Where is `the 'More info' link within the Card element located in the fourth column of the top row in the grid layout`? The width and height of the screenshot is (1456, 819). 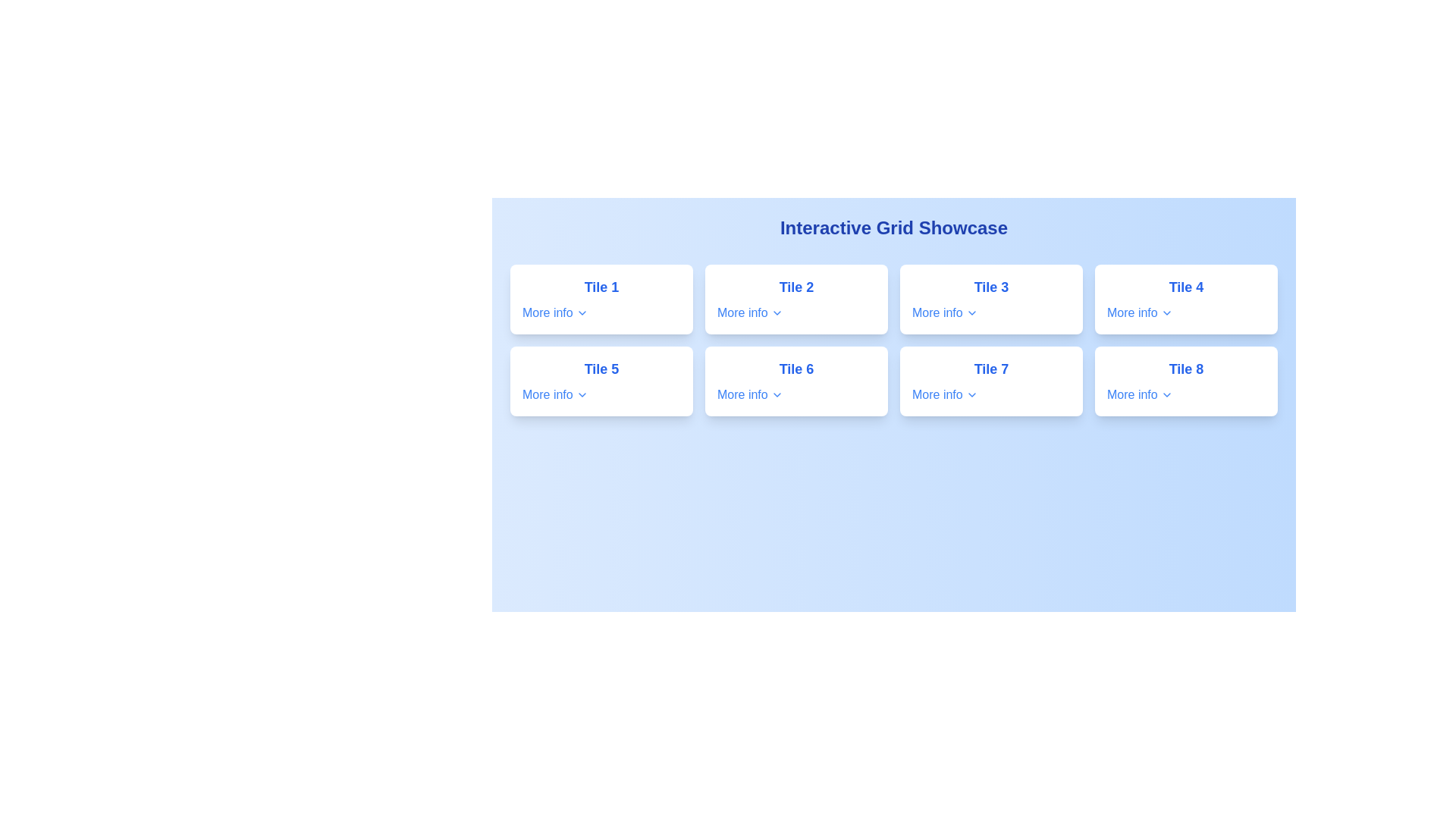
the 'More info' link within the Card element located in the fourth column of the top row in the grid layout is located at coordinates (1185, 299).